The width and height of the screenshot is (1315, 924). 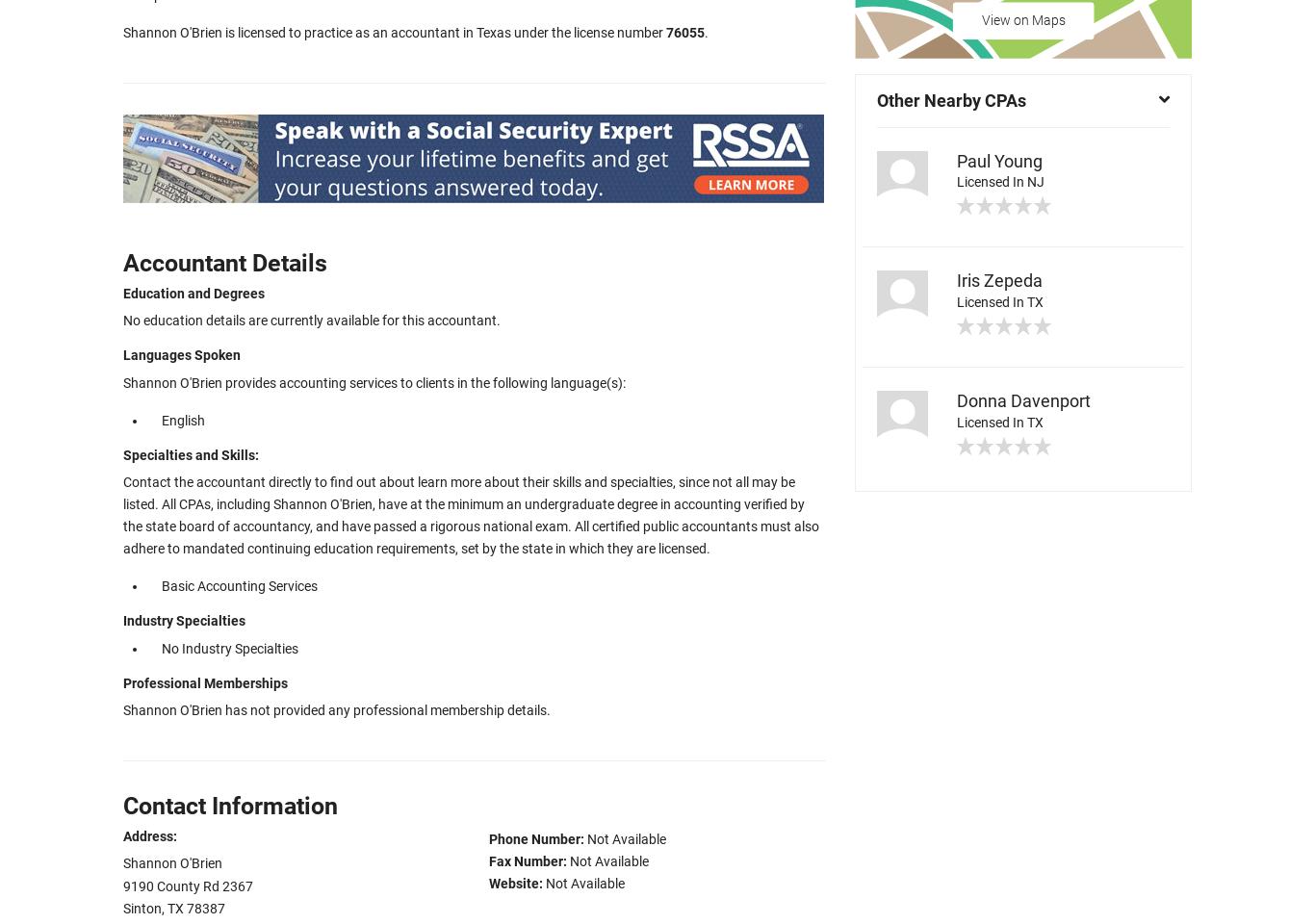 What do you see at coordinates (666, 31) in the screenshot?
I see `'76055'` at bounding box center [666, 31].